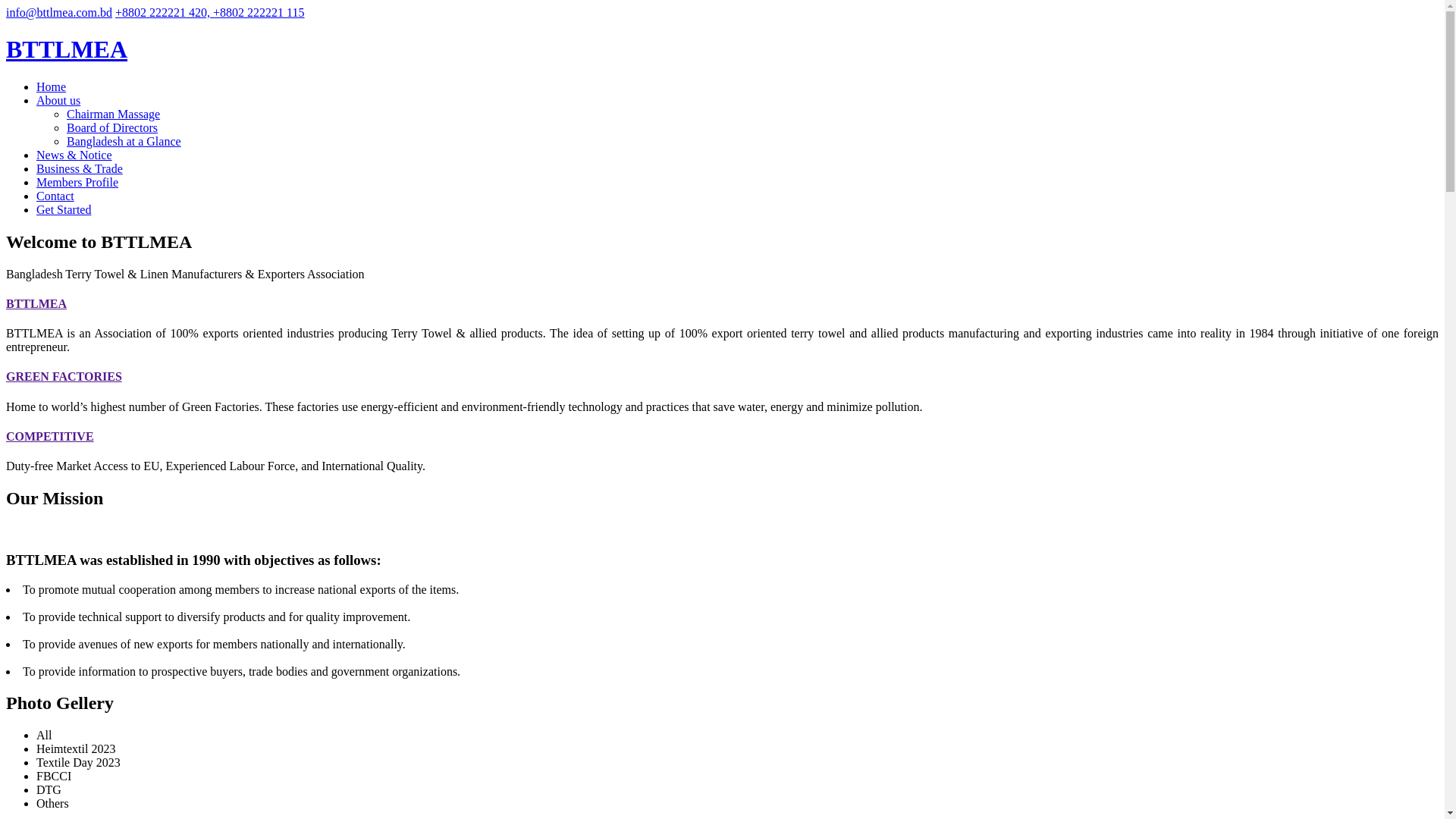  Describe the element at coordinates (58, 100) in the screenshot. I see `'About us'` at that location.